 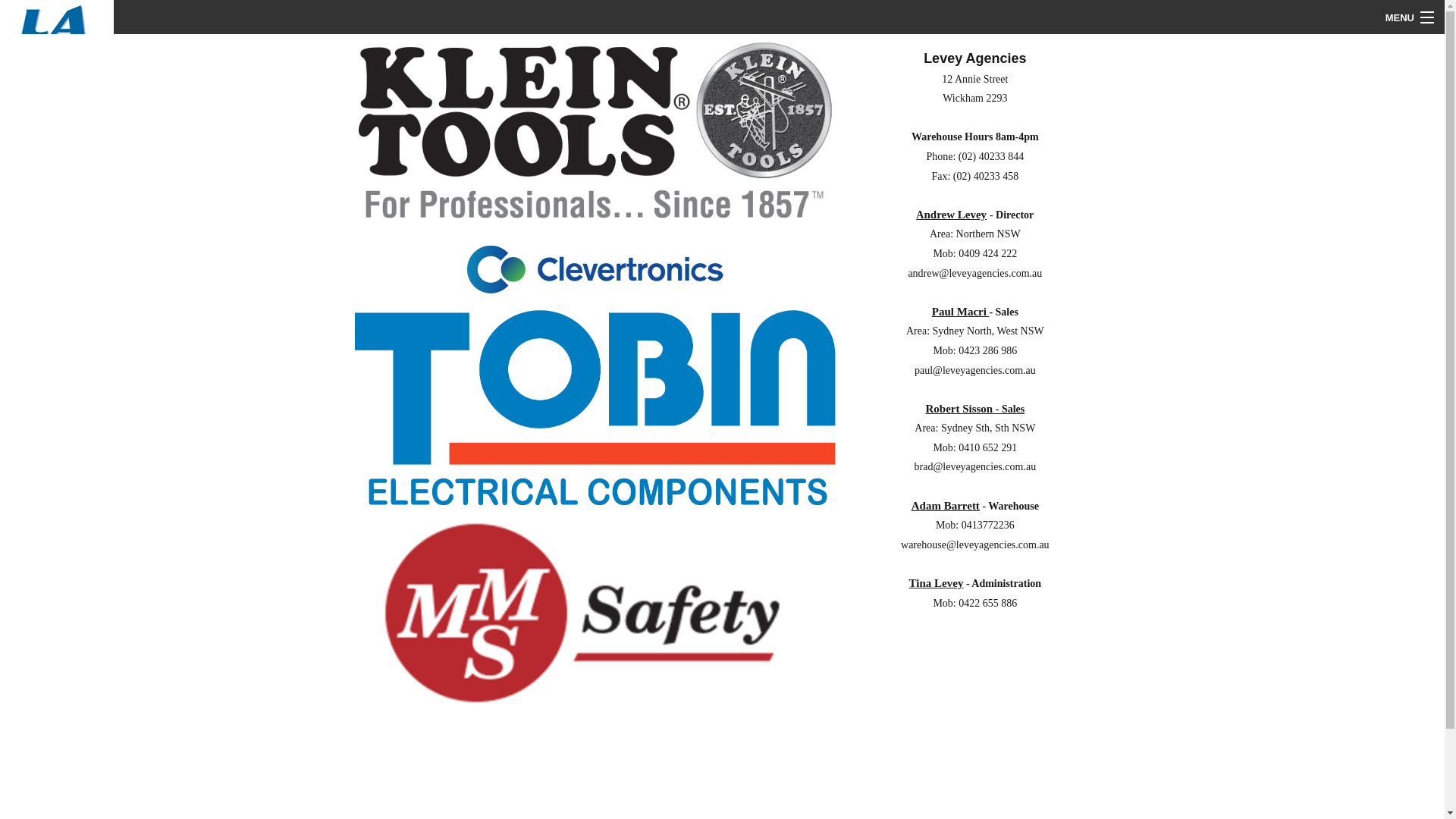 What do you see at coordinates (1373, 17) in the screenshot?
I see `'MENU'` at bounding box center [1373, 17].